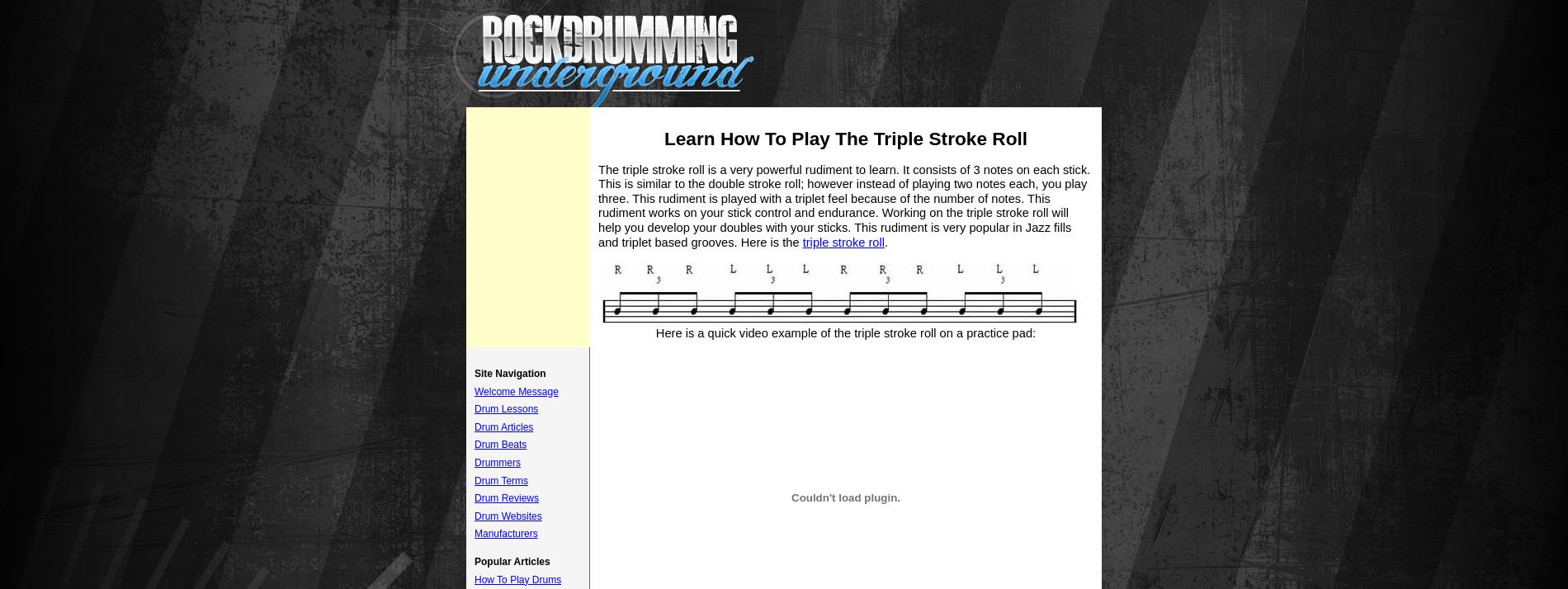 This screenshot has width=1568, height=589. Describe the element at coordinates (505, 533) in the screenshot. I see `'Manufacturers'` at that location.